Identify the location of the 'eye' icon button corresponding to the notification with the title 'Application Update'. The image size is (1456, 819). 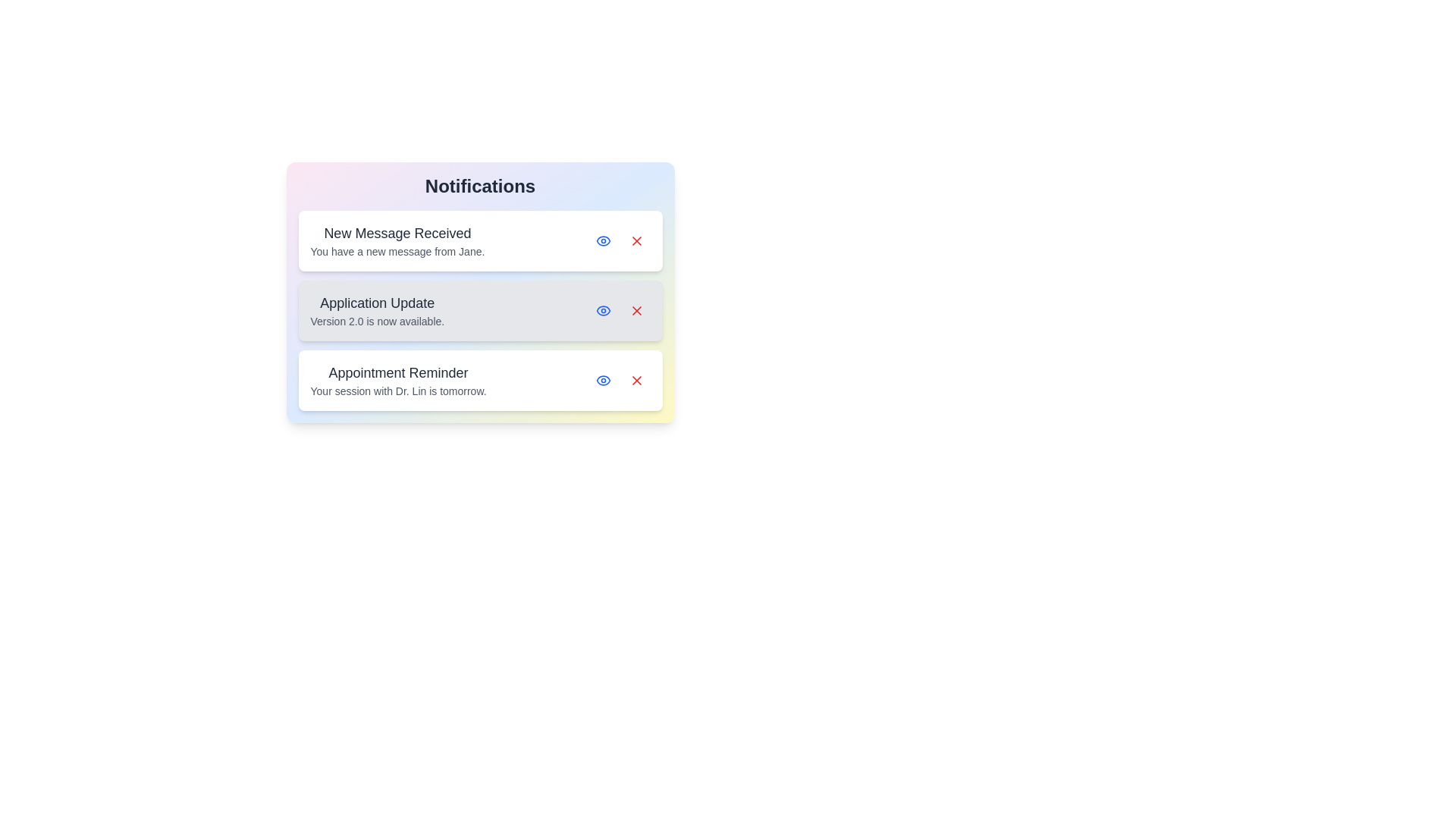
(602, 309).